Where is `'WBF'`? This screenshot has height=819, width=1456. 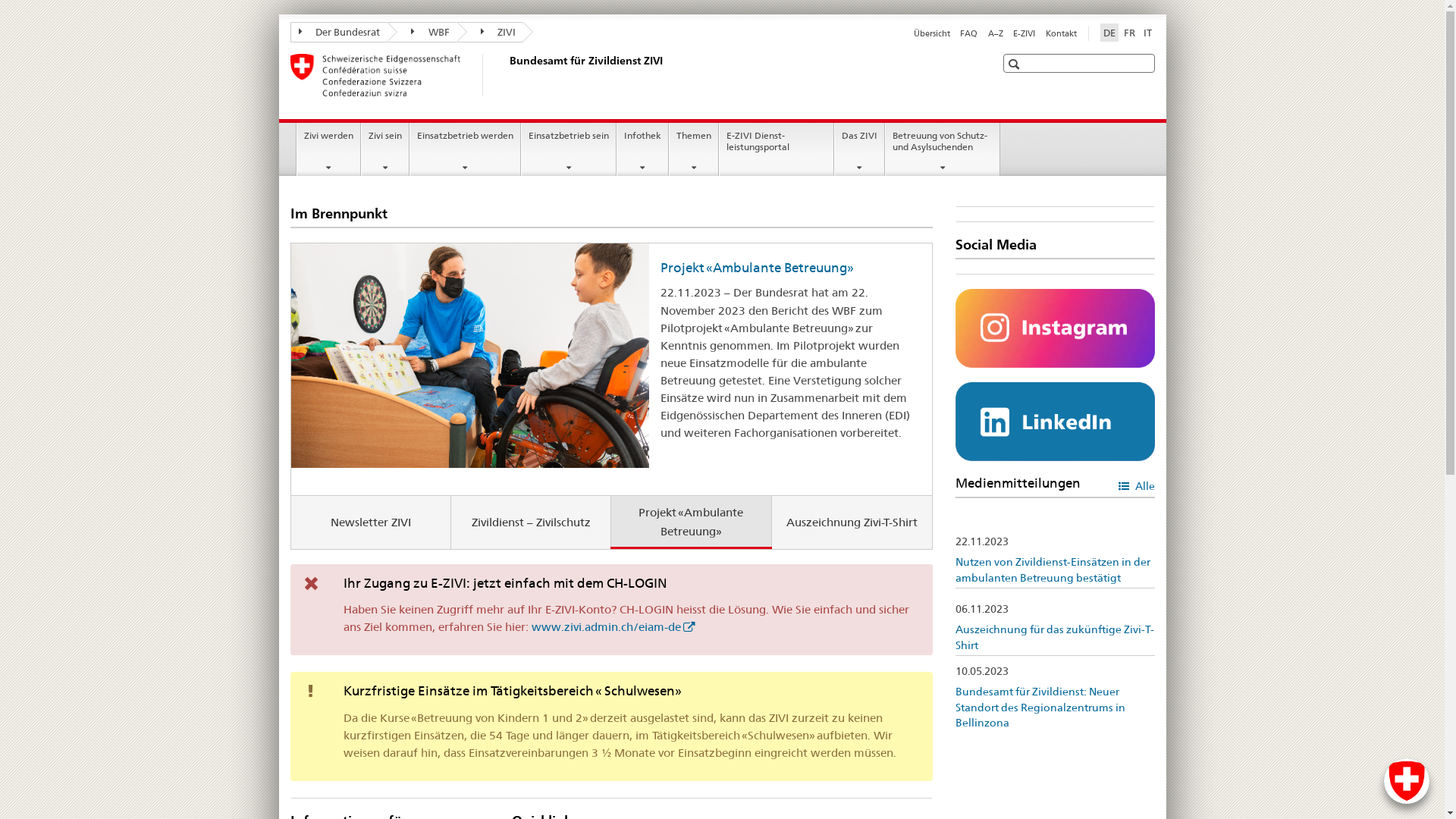 'WBF' is located at coordinates (422, 32).